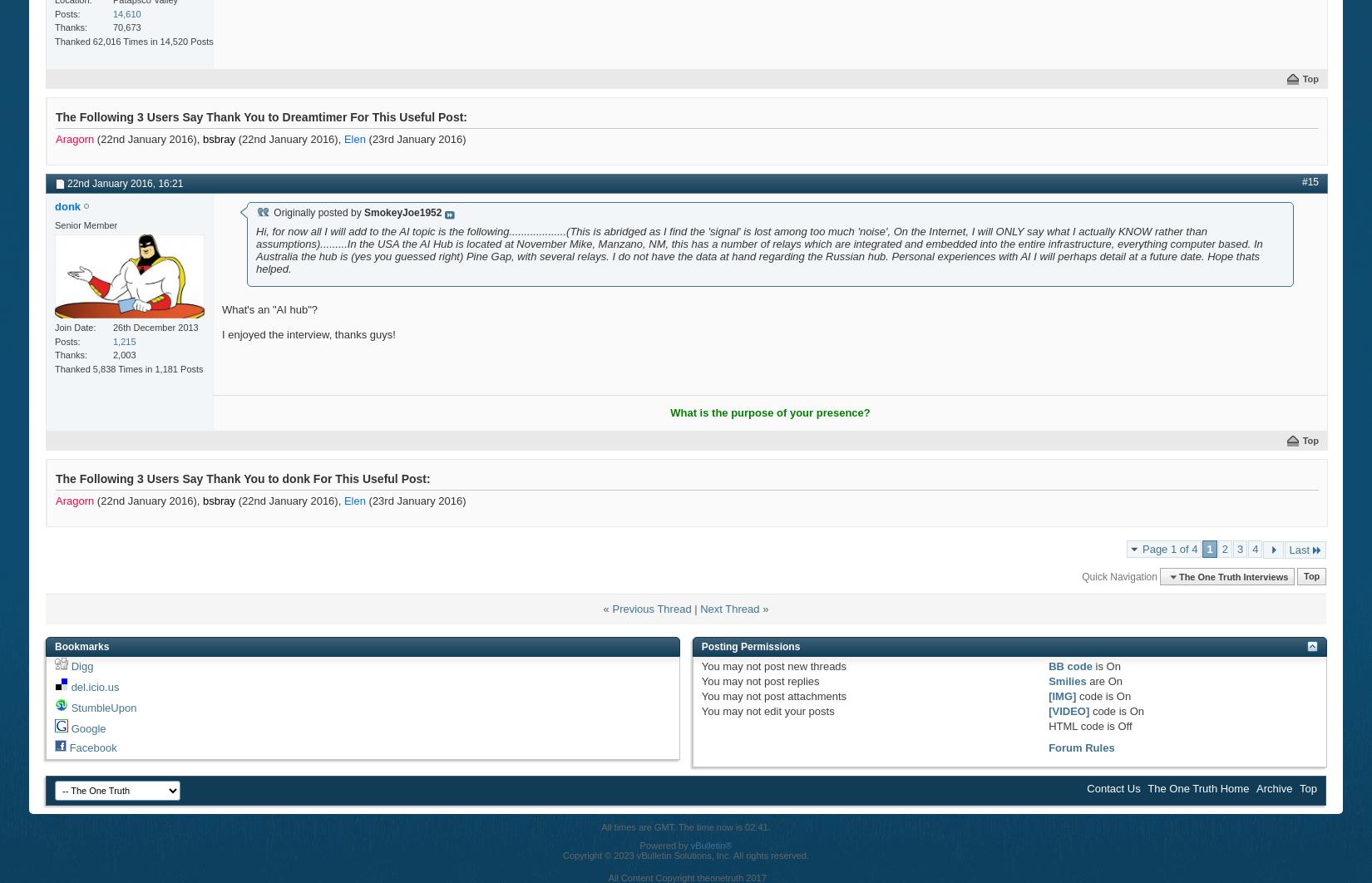  What do you see at coordinates (1232, 575) in the screenshot?
I see `'The One Truth Interviews'` at bounding box center [1232, 575].